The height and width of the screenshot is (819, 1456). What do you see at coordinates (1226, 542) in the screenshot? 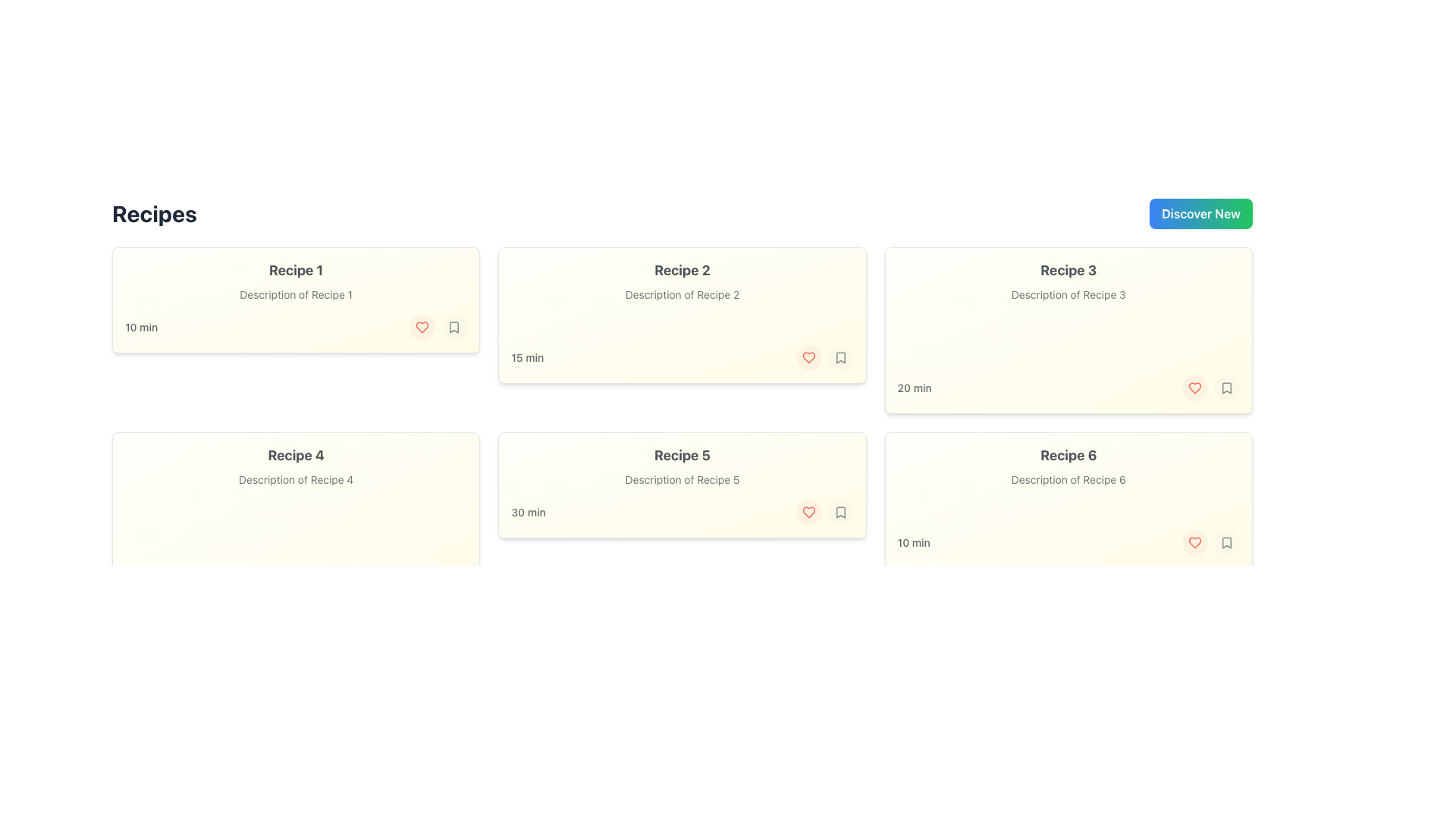
I see `the bookmark icon located in the 'Recipe 6' card` at bounding box center [1226, 542].